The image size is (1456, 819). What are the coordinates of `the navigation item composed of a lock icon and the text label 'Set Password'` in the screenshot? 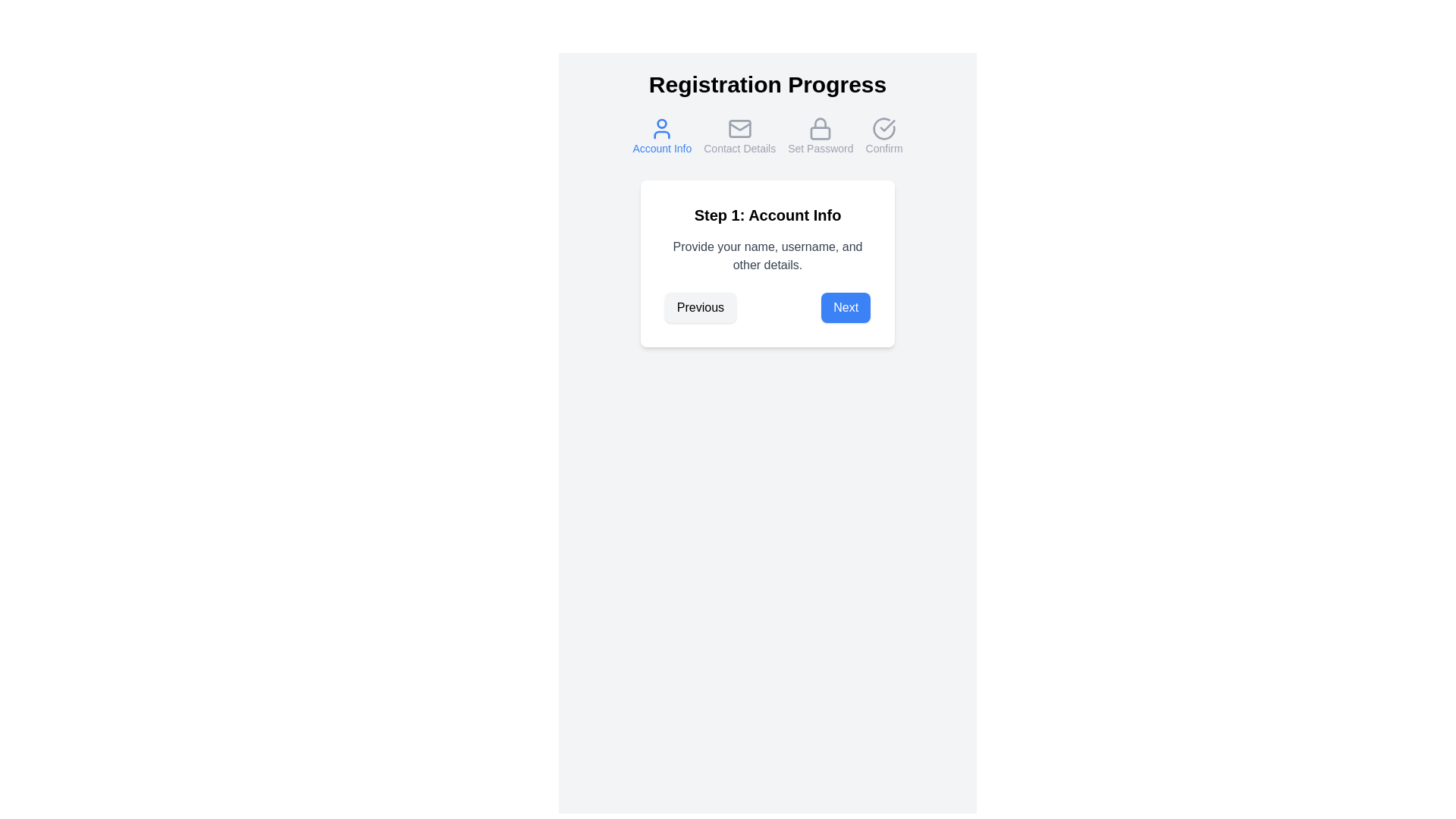 It's located at (820, 136).